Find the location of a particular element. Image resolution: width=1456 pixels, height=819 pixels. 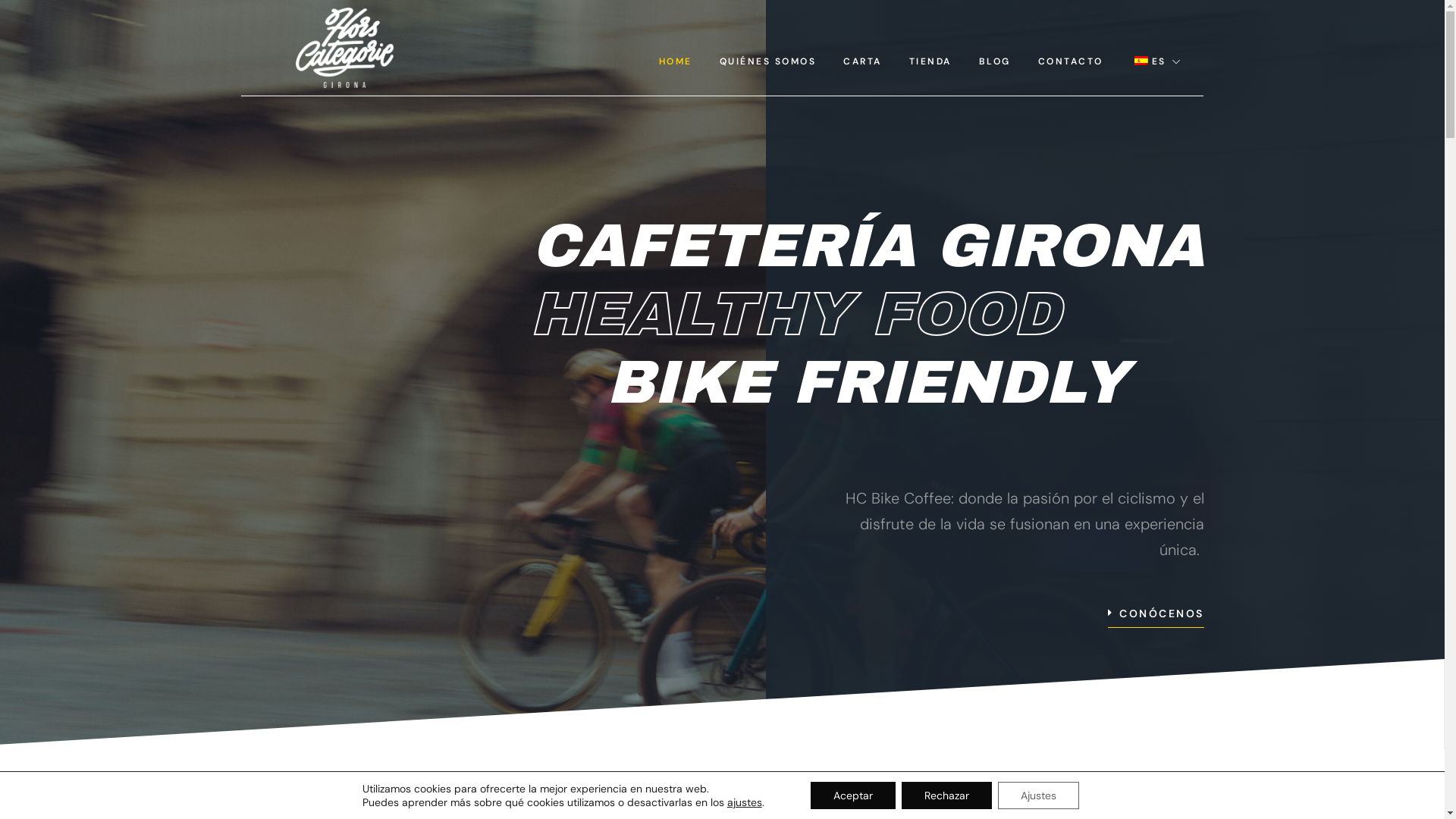

'CARTA' is located at coordinates (862, 61).